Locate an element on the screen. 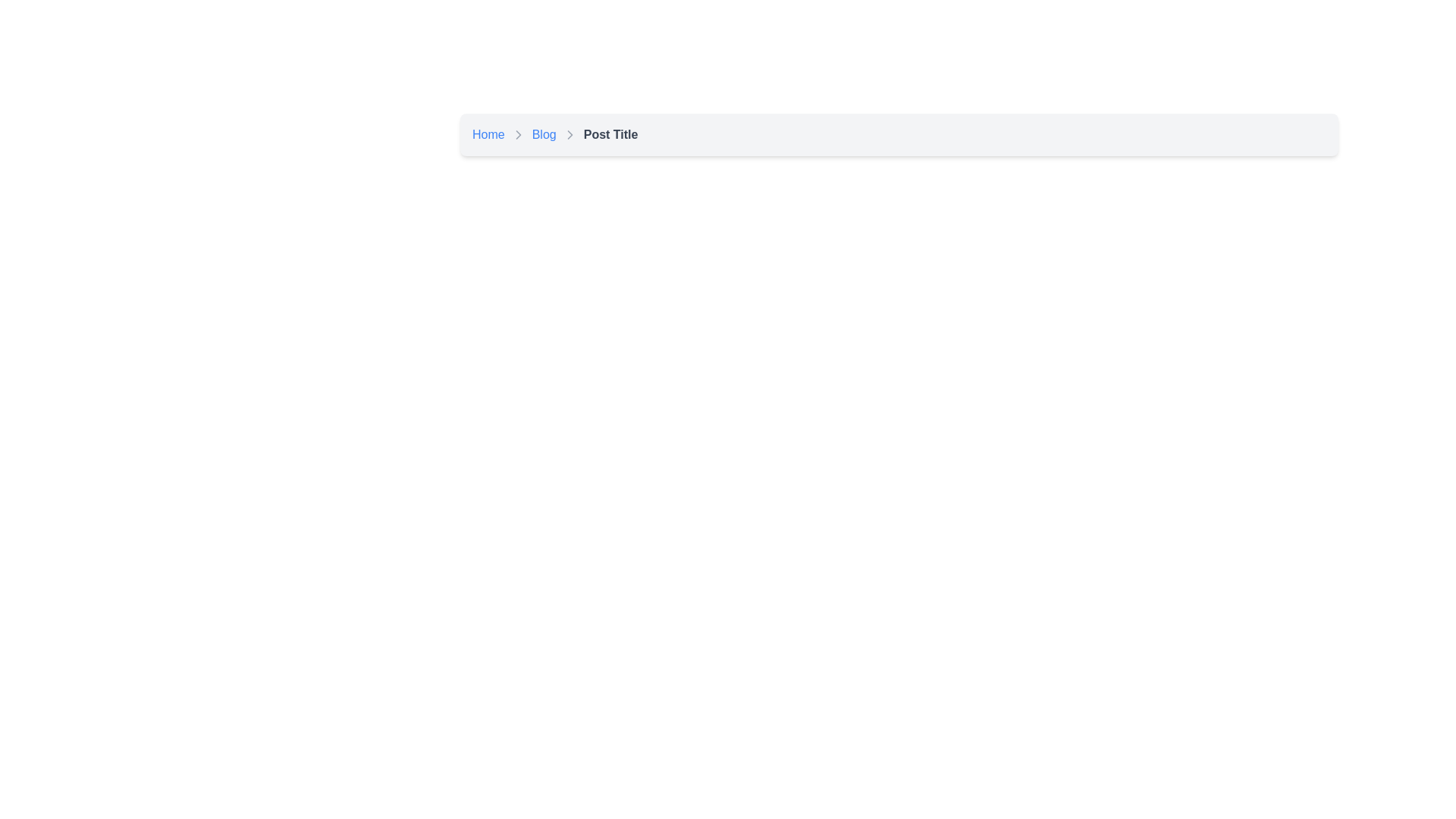 The image size is (1456, 819). the Breadcrumb Separator Icon that separates the 'Blog' text link and the 'Post Title' text in the breadcrumb navigation bar is located at coordinates (569, 133).